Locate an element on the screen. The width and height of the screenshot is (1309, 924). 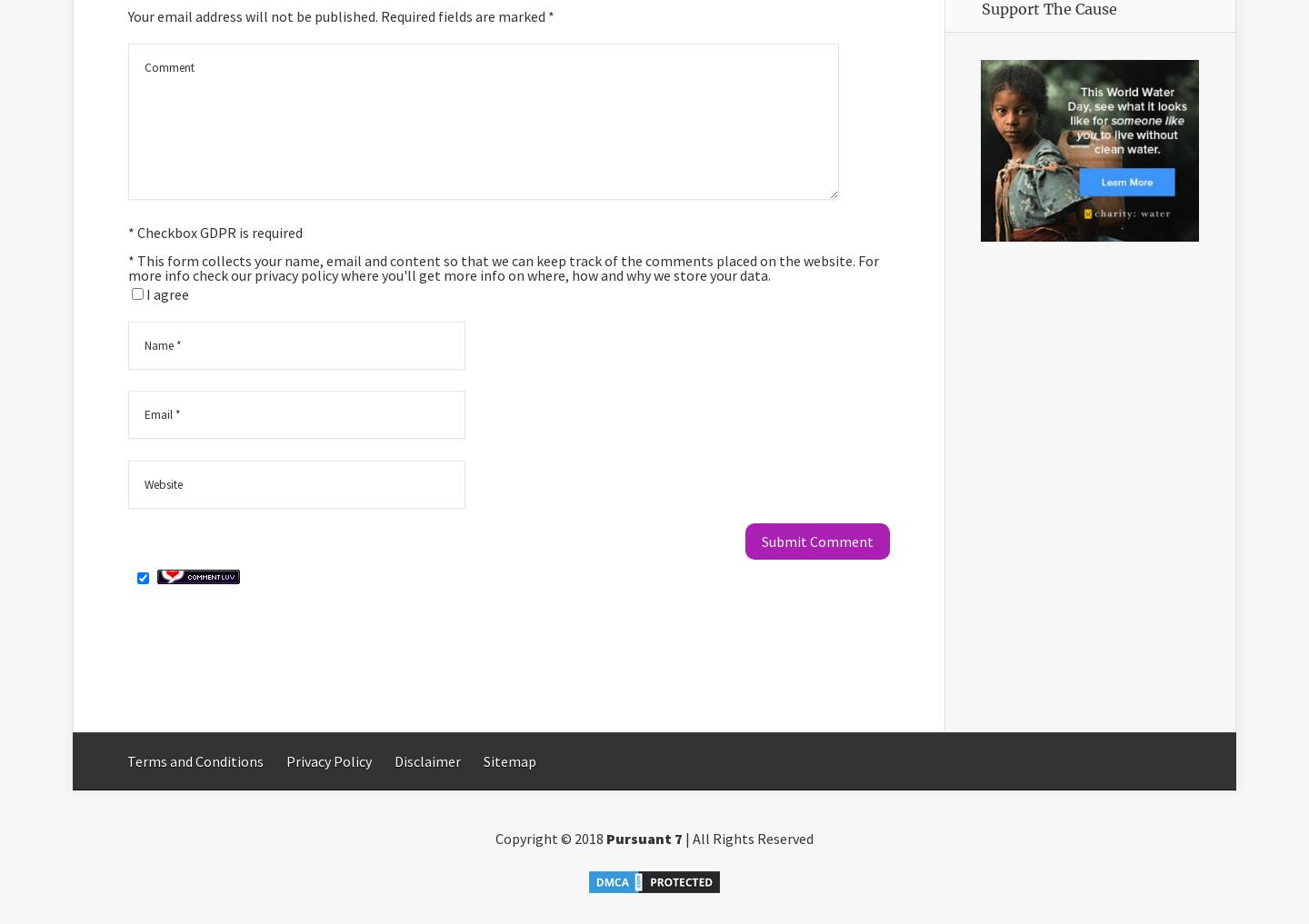
'Support The Cause' is located at coordinates (1049, 7).